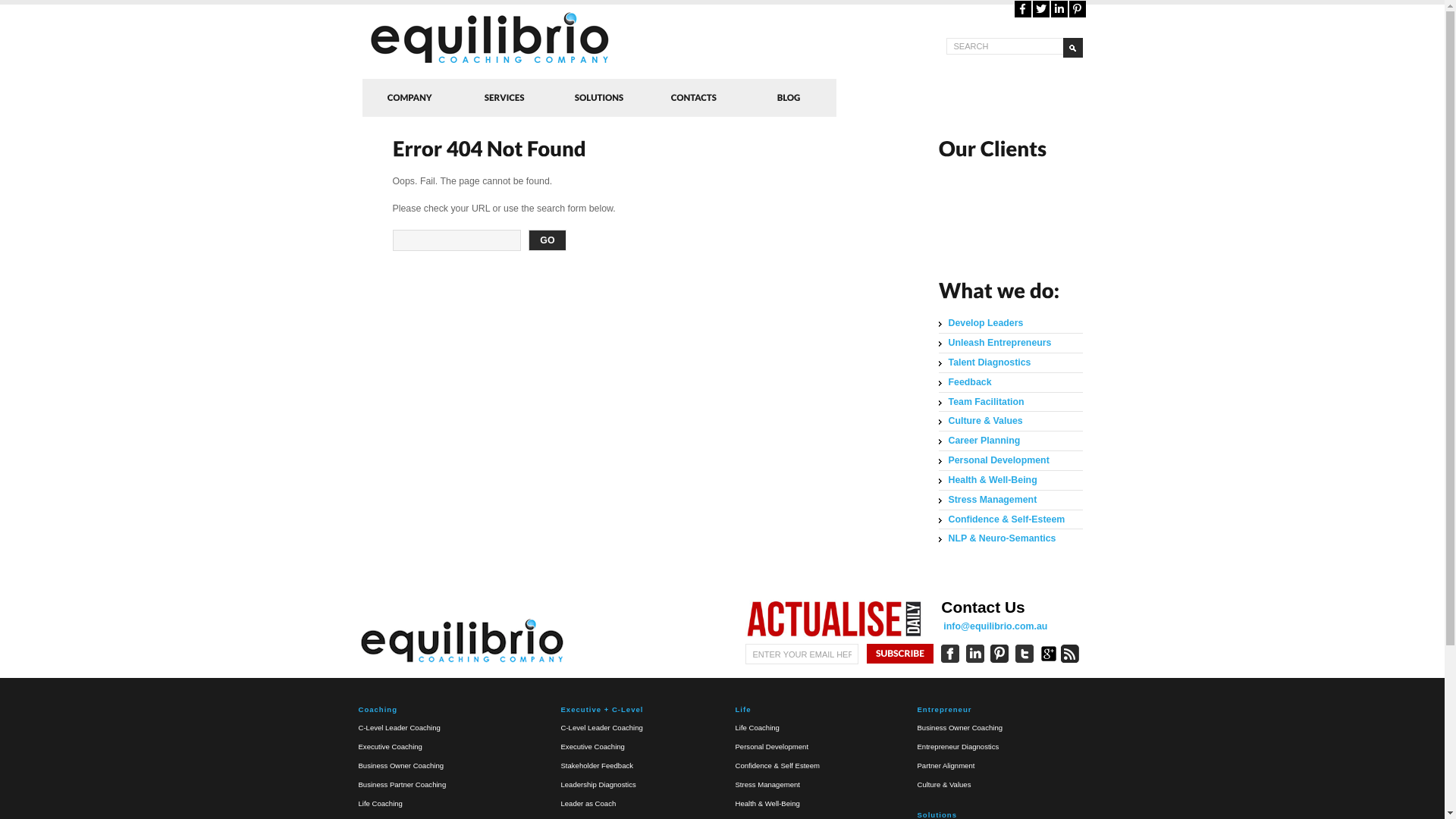 The image size is (1456, 819). I want to click on 'Executive Coaching', so click(592, 745).